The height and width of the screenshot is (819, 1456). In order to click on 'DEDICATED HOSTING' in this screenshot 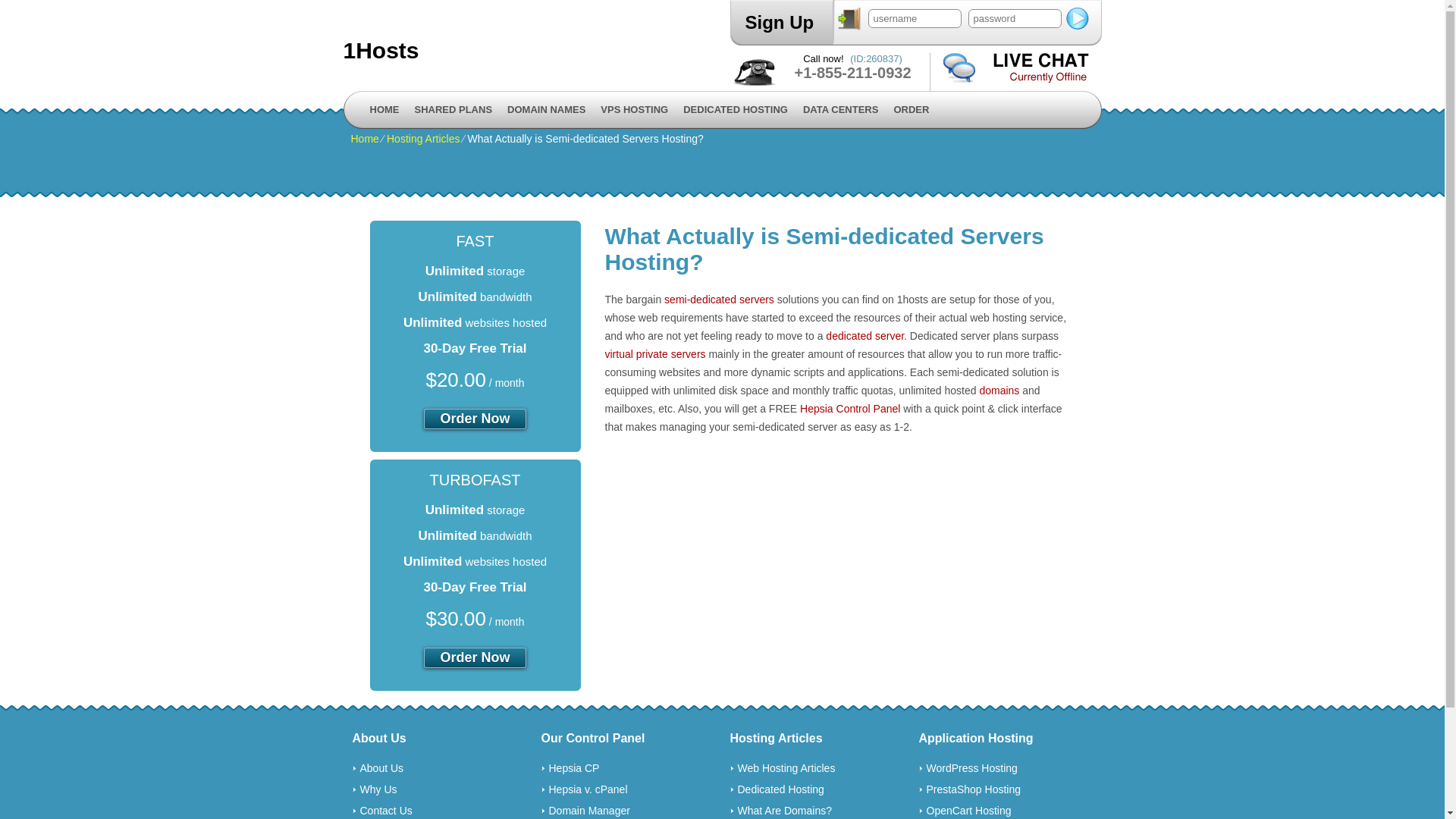, I will do `click(735, 109)`.